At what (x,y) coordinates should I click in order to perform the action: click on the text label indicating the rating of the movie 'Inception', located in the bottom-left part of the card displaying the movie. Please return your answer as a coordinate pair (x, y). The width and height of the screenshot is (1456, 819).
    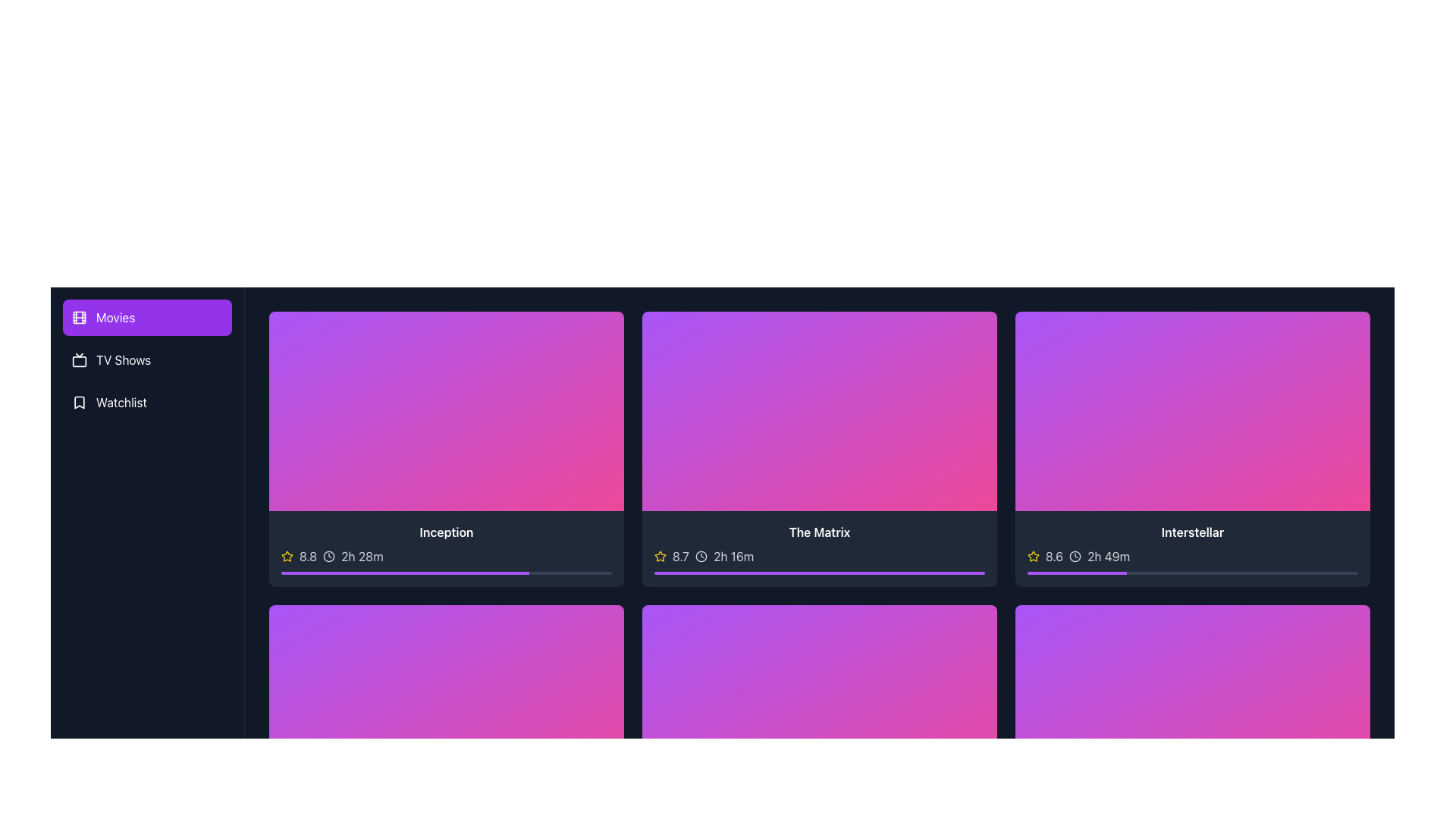
    Looking at the image, I should click on (307, 557).